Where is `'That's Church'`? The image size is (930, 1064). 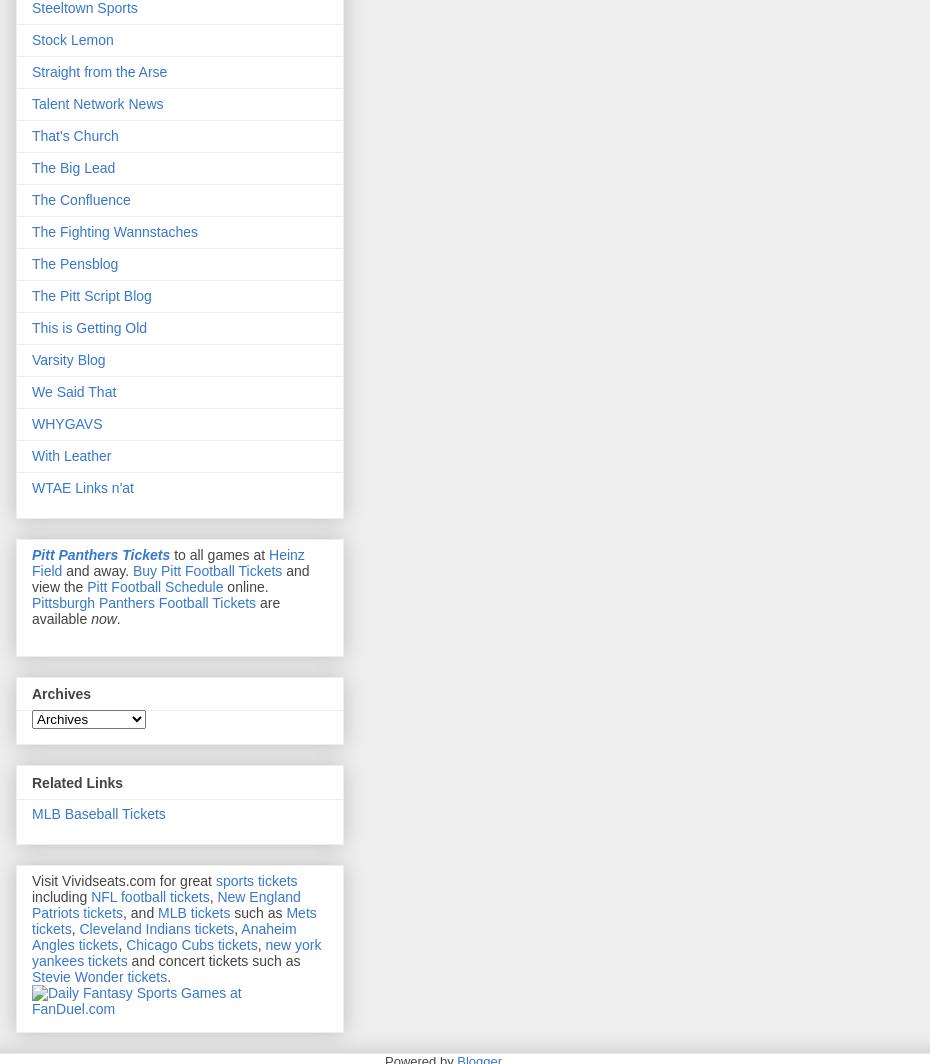
'That's Church' is located at coordinates (73, 135).